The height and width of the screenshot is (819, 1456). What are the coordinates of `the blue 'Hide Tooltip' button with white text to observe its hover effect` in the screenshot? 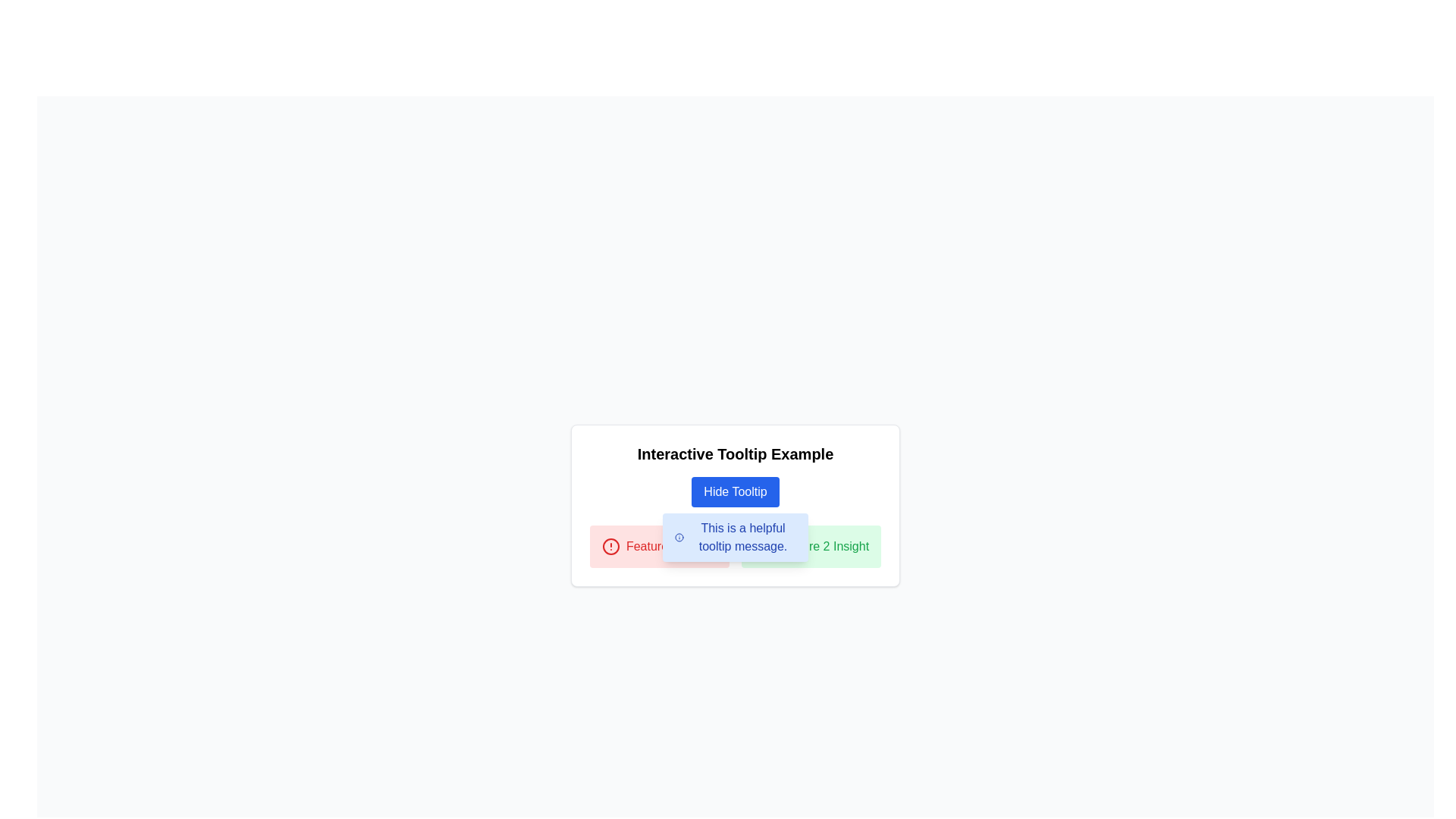 It's located at (735, 491).